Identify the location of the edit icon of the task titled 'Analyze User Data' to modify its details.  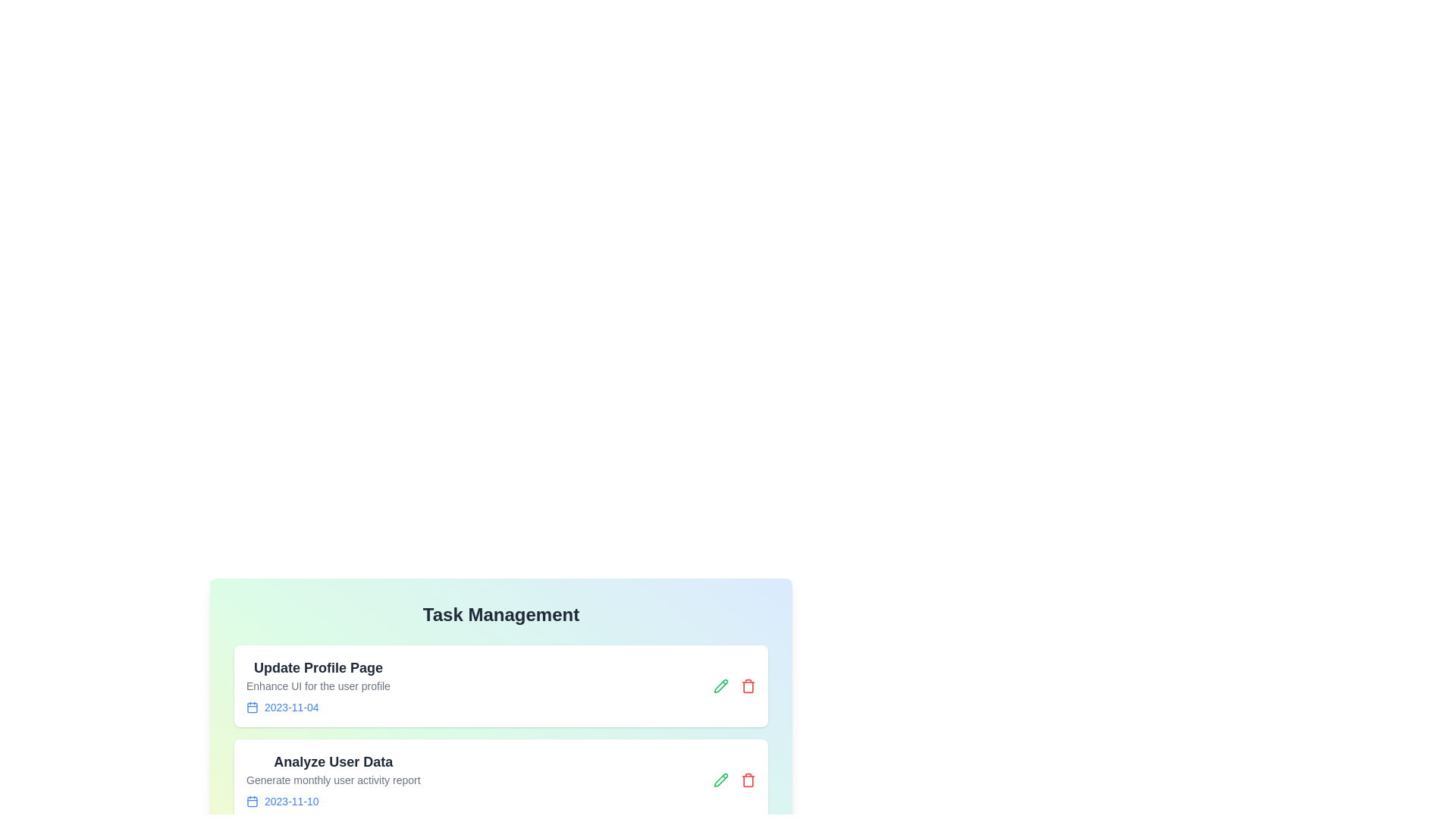
(720, 780).